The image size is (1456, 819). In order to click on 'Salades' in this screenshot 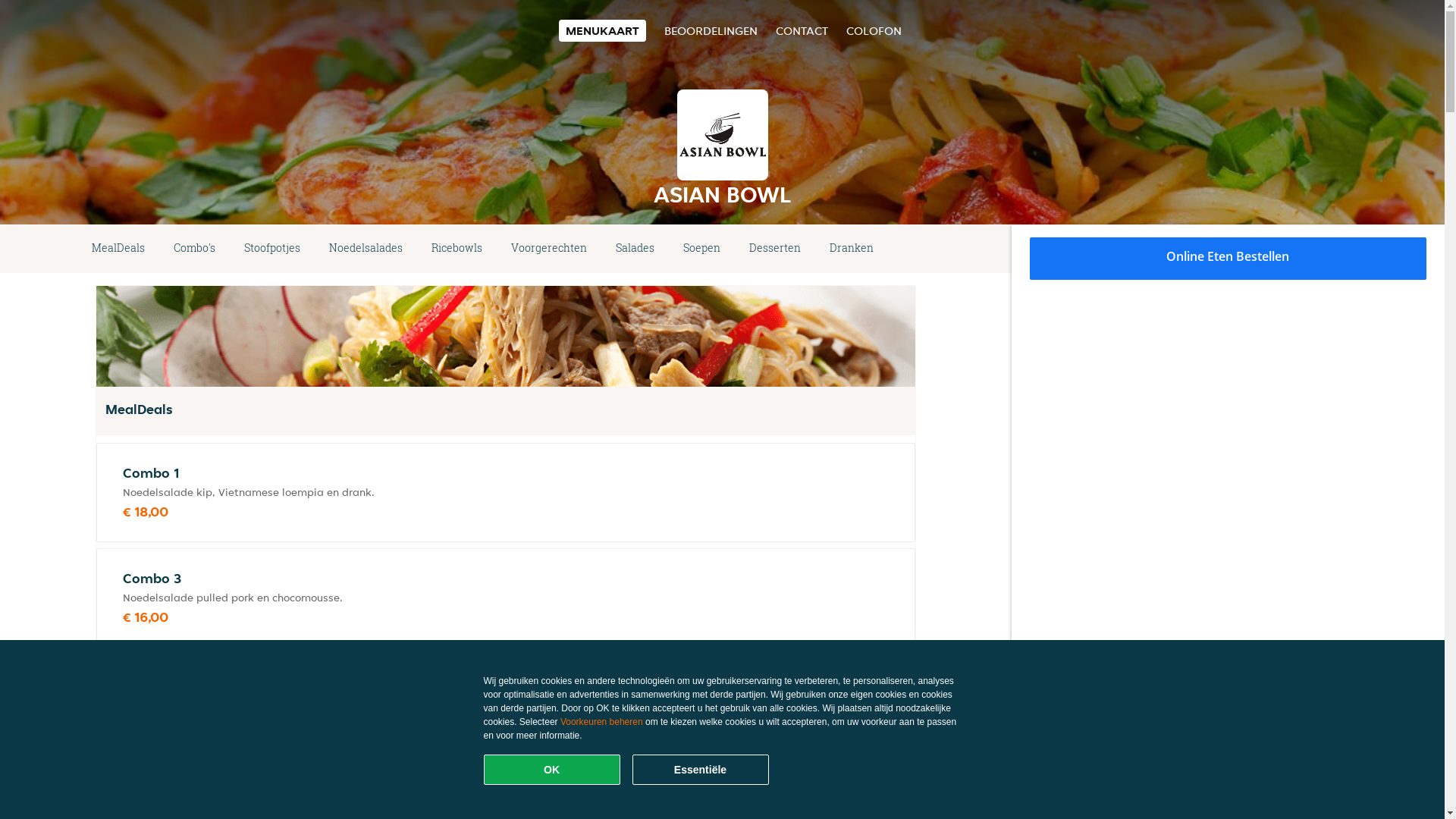, I will do `click(635, 247)`.